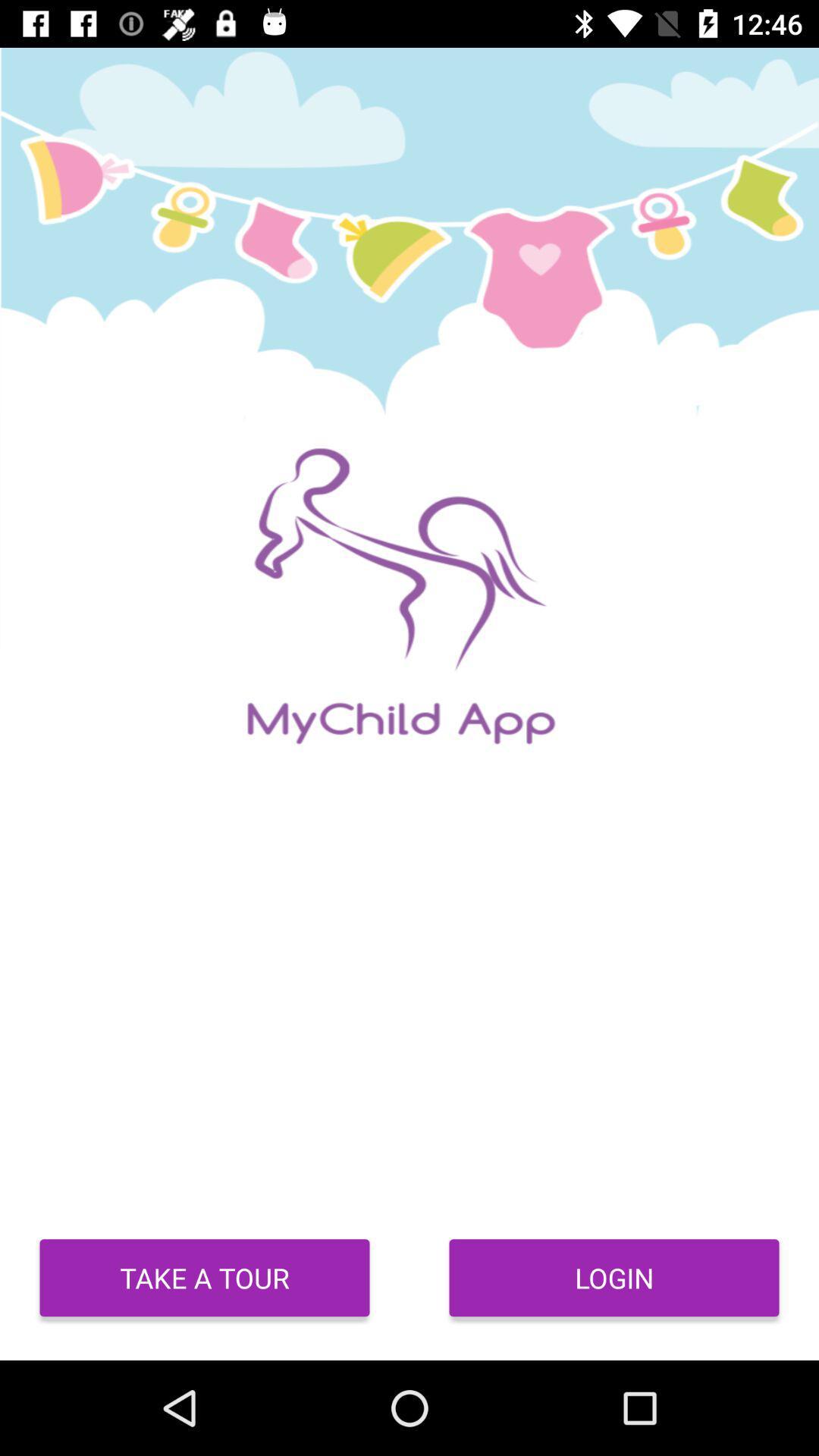  I want to click on login, so click(614, 1277).